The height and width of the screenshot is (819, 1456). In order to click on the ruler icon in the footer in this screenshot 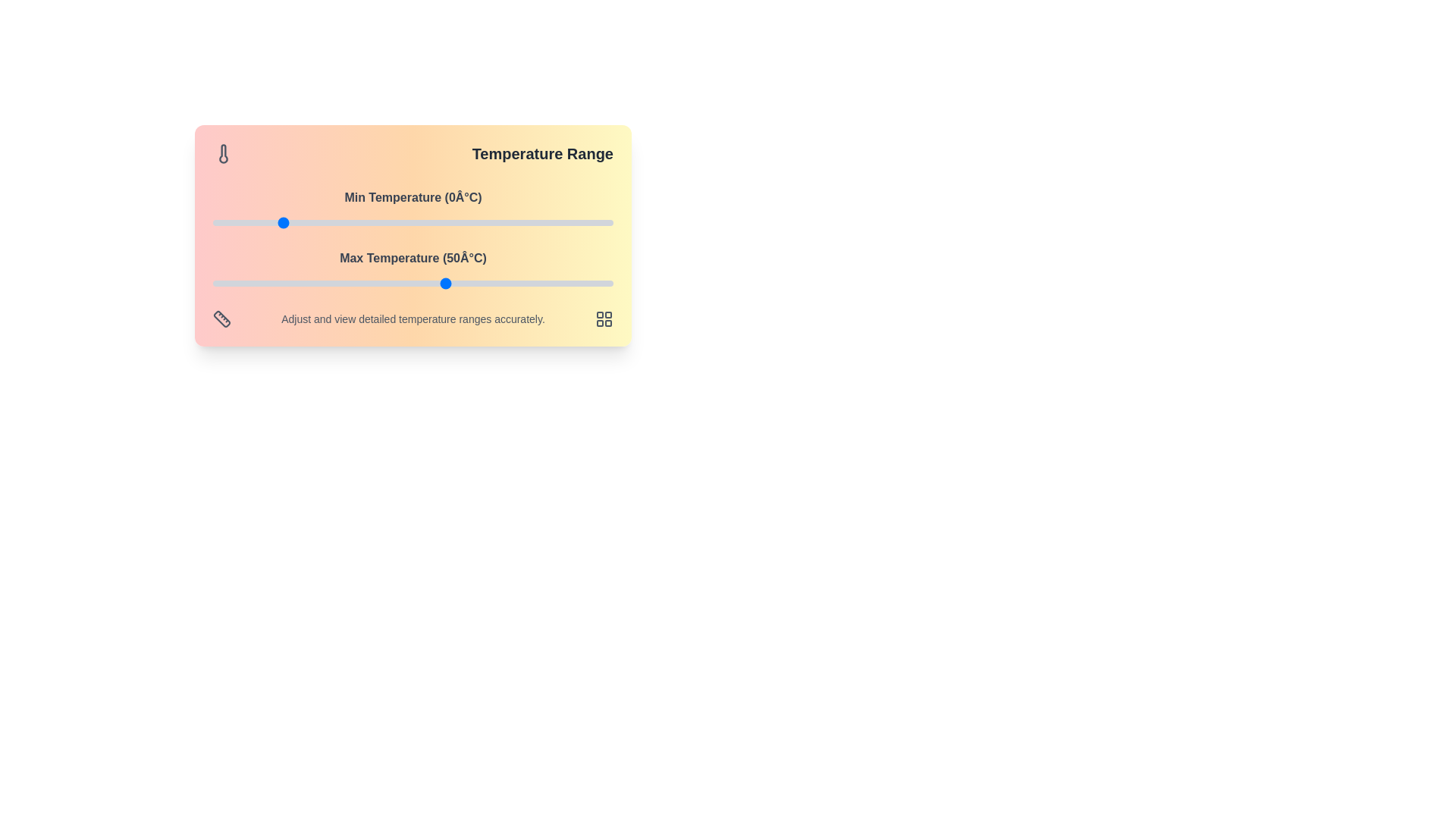, I will do `click(221, 318)`.